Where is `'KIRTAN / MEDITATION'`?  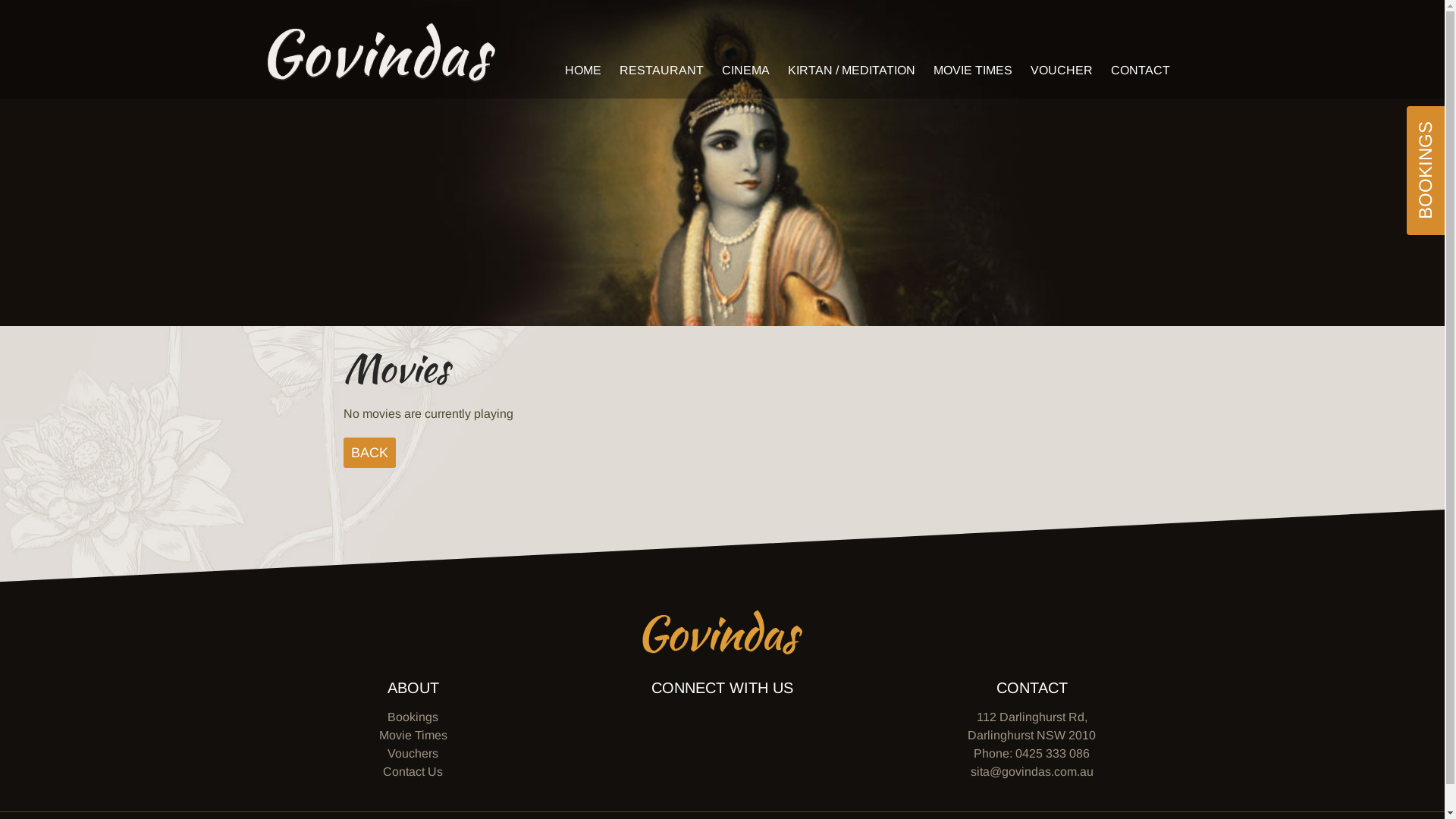 'KIRTAN / MEDITATION' is located at coordinates (851, 70).